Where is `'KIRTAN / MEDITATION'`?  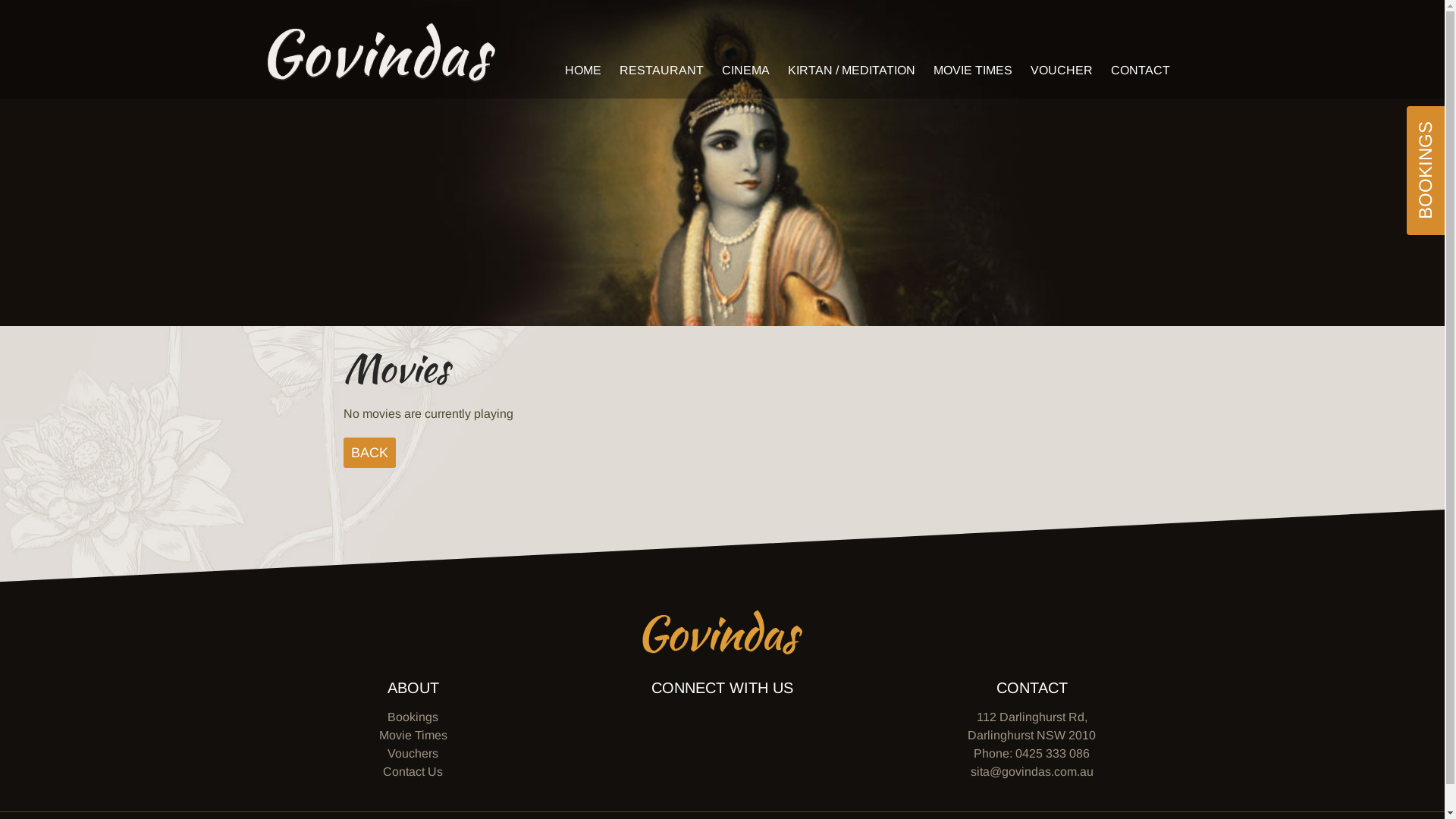 'KIRTAN / MEDITATION' is located at coordinates (851, 70).